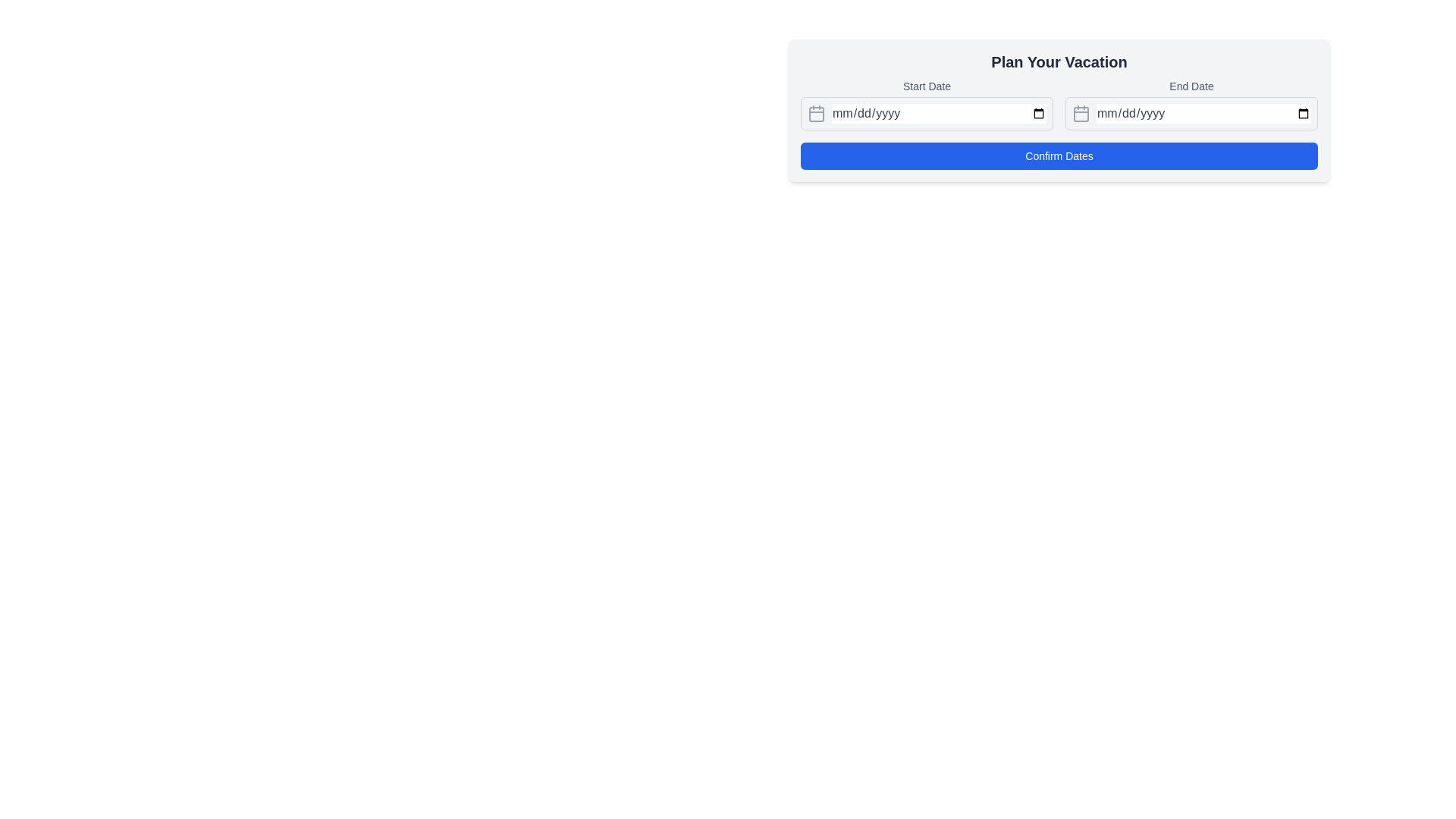 The image size is (1456, 819). I want to click on 'Start Date' label text, which is a small, medium-bold gray font positioned above the date input field, so click(926, 86).